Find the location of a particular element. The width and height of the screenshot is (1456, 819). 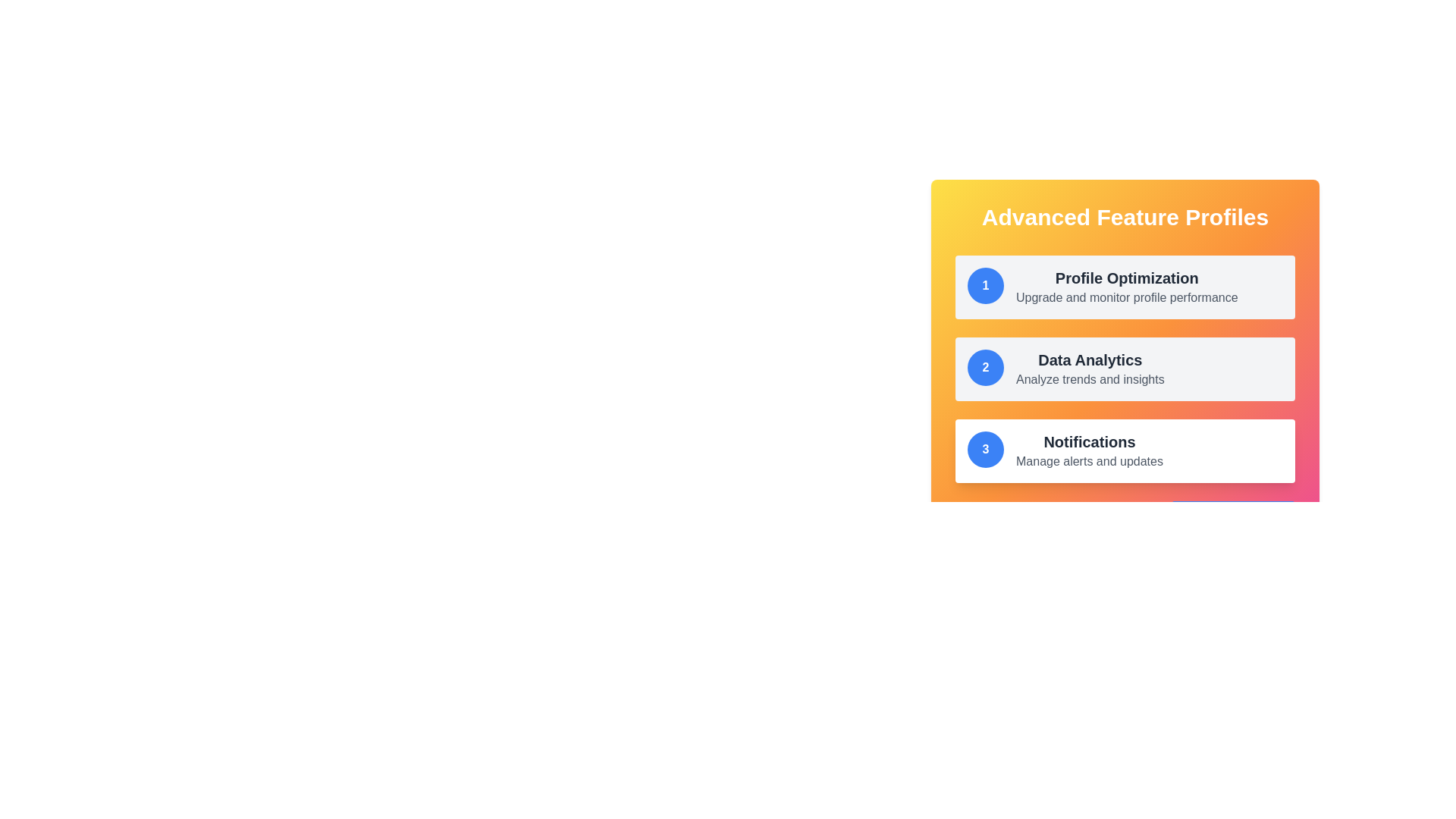

text 'Notifications' and 'Manage alerts and updates' from the text block located within the third card titled '3' in the list under 'Advanced Feature Profiles' is located at coordinates (1088, 450).